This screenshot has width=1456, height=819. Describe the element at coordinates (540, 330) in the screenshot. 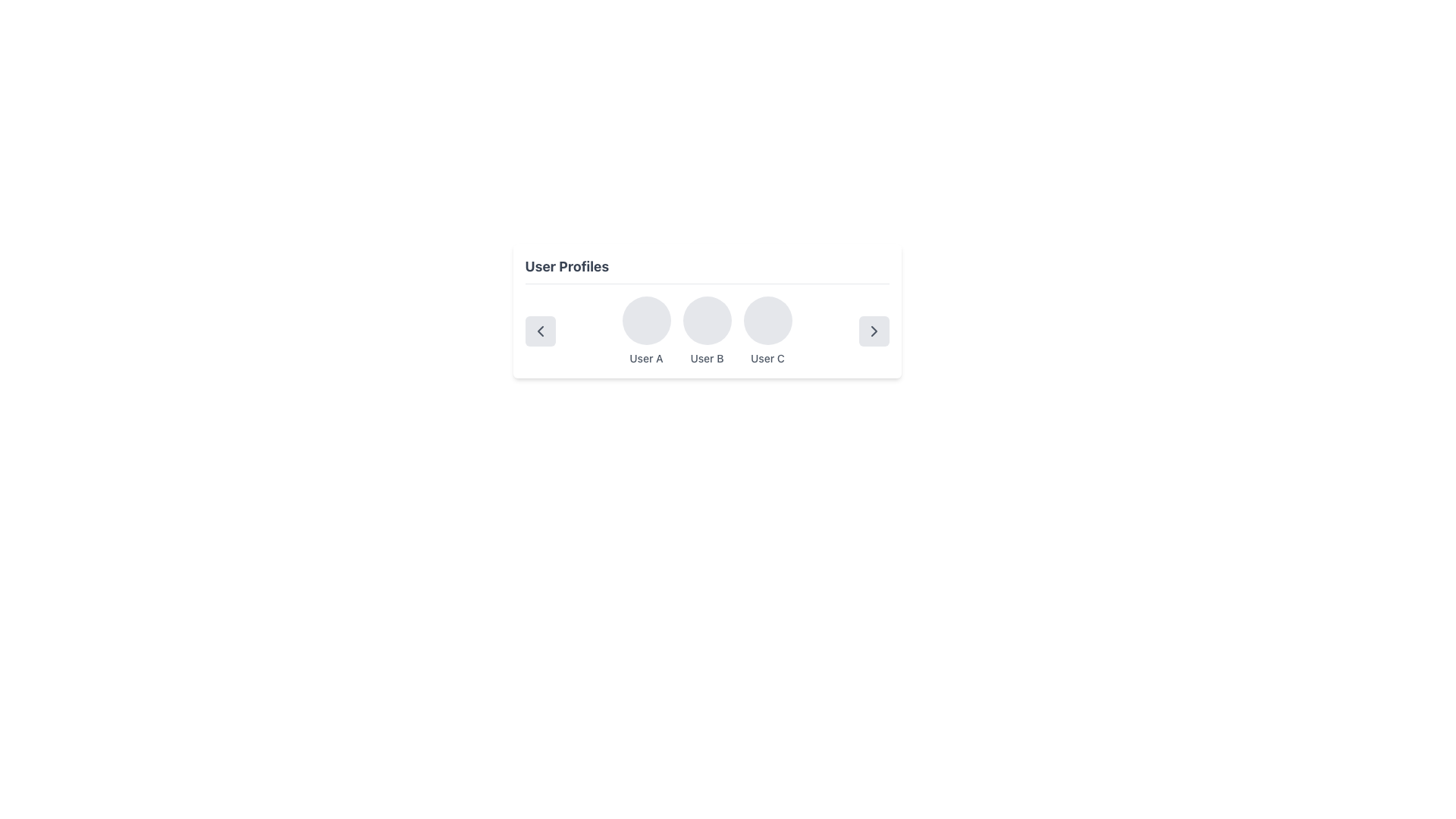

I see `the circular button with a light gray background and a dark gray leftward-pointing chevron icon, located on the far left of the user profiles row` at that location.